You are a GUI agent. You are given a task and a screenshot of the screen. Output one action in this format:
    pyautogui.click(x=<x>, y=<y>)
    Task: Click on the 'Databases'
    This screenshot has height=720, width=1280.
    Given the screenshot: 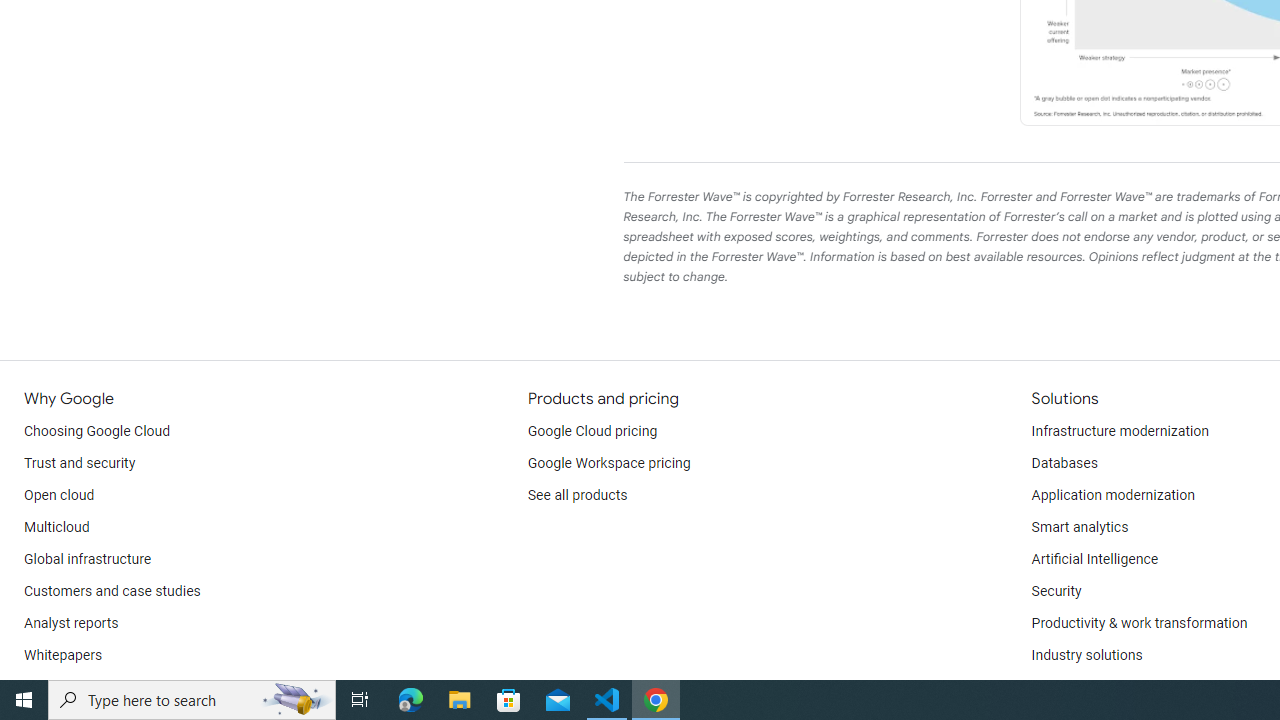 What is the action you would take?
    pyautogui.click(x=1063, y=464)
    